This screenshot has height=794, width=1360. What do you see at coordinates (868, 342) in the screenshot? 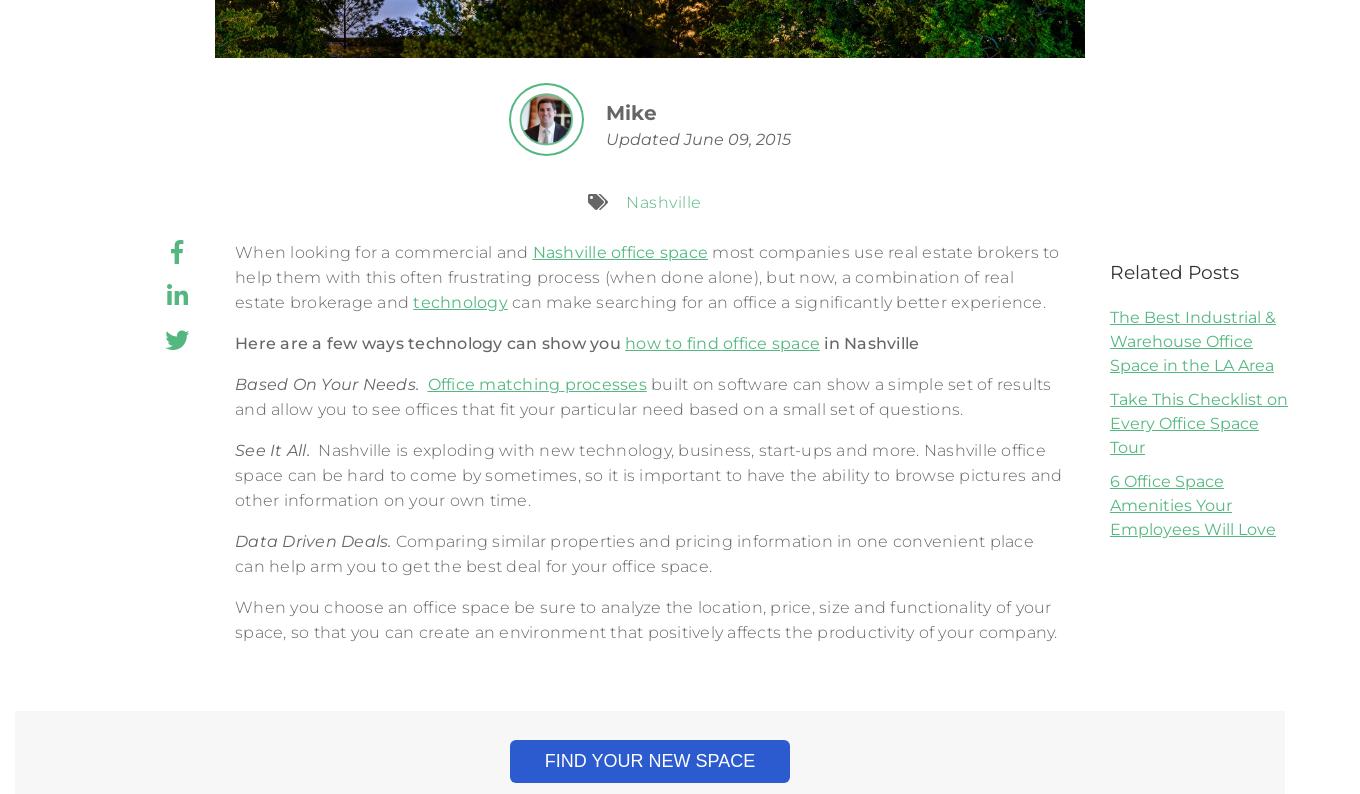
I see `'in Nashville'` at bounding box center [868, 342].